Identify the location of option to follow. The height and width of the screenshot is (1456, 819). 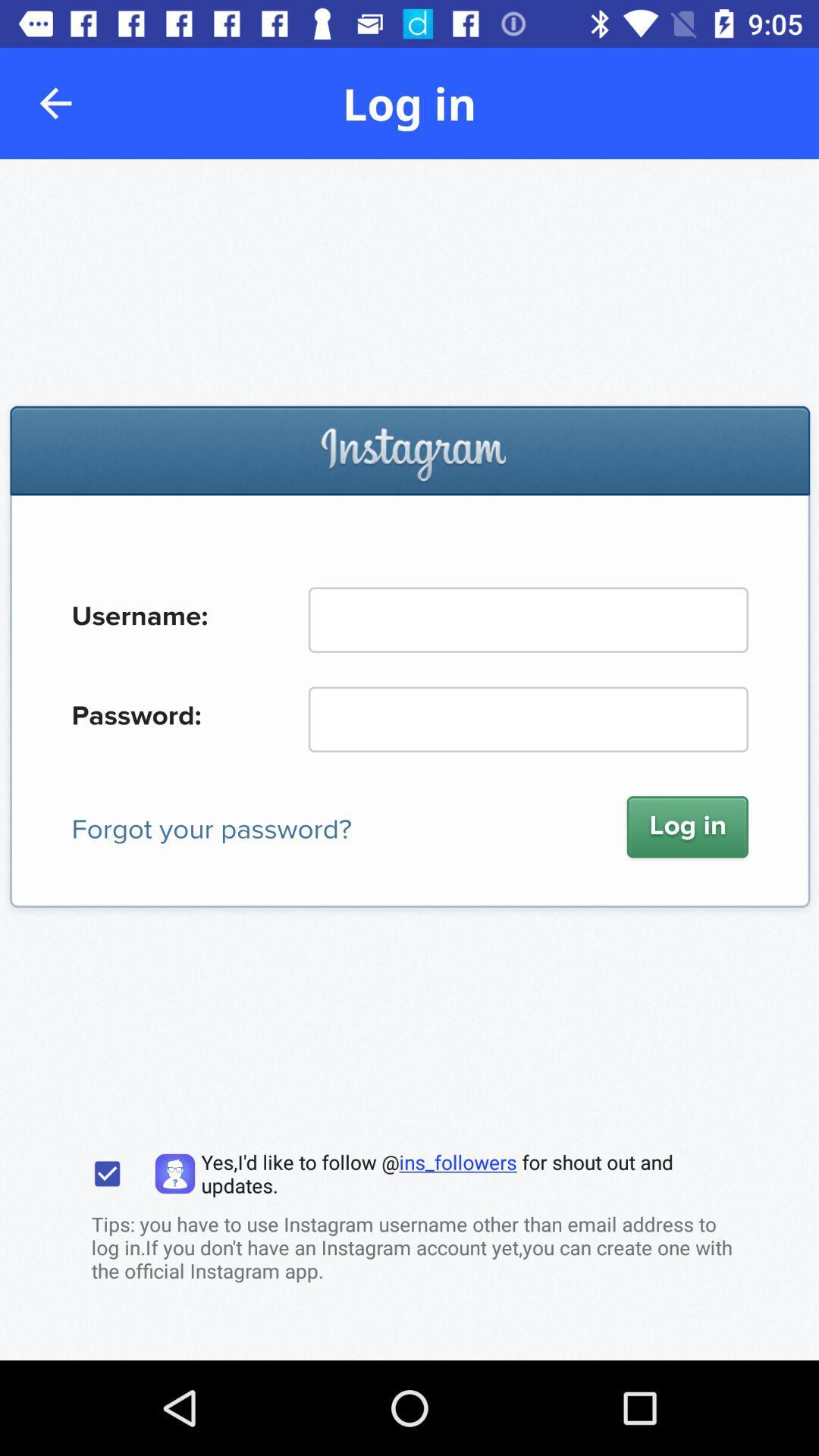
(106, 1173).